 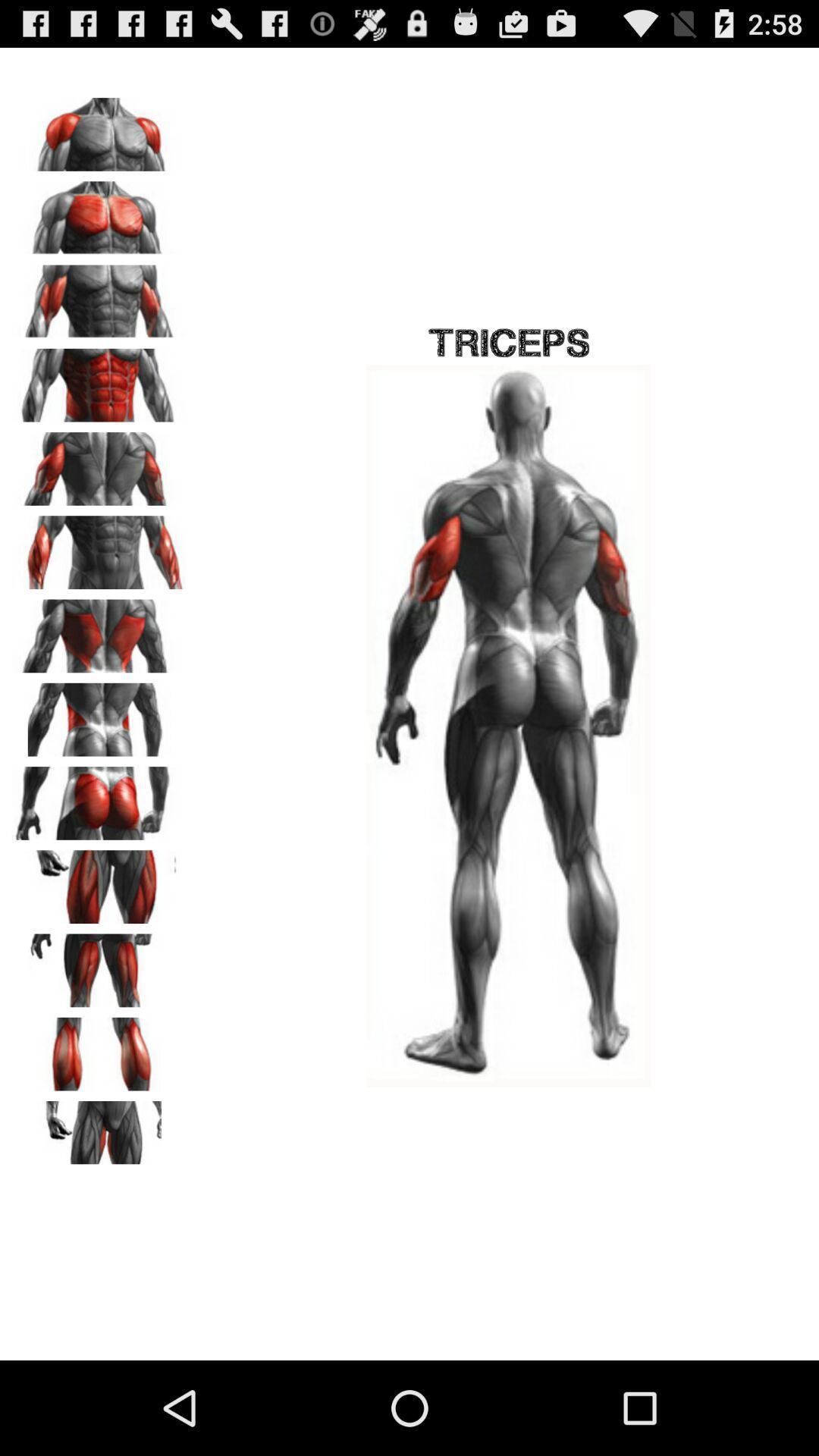 What do you see at coordinates (99, 546) in the screenshot?
I see `to know more` at bounding box center [99, 546].